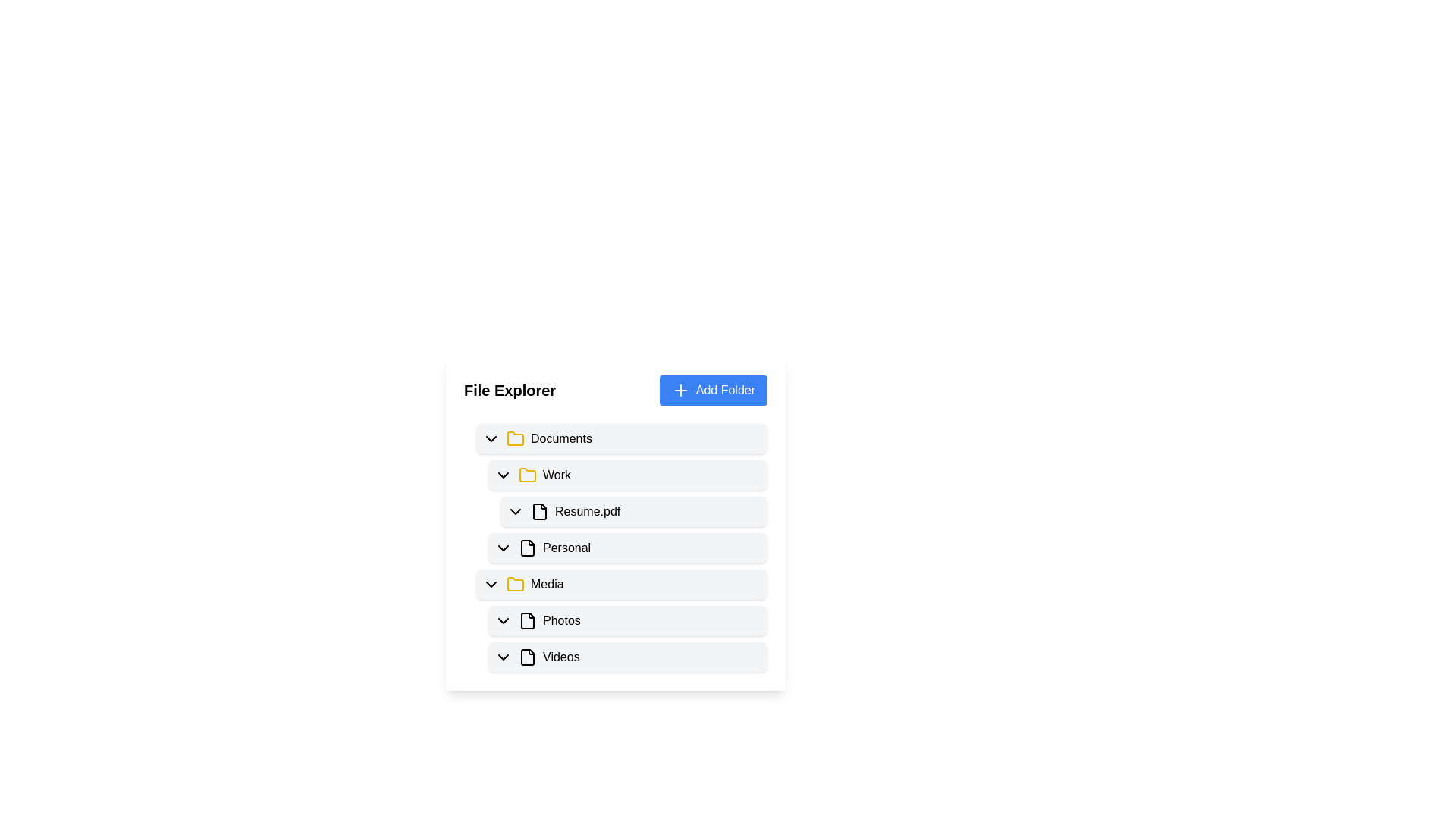  Describe the element at coordinates (615, 522) in the screenshot. I see `the list item representing the file named 'Resume.pdf' in the file explorer` at that location.